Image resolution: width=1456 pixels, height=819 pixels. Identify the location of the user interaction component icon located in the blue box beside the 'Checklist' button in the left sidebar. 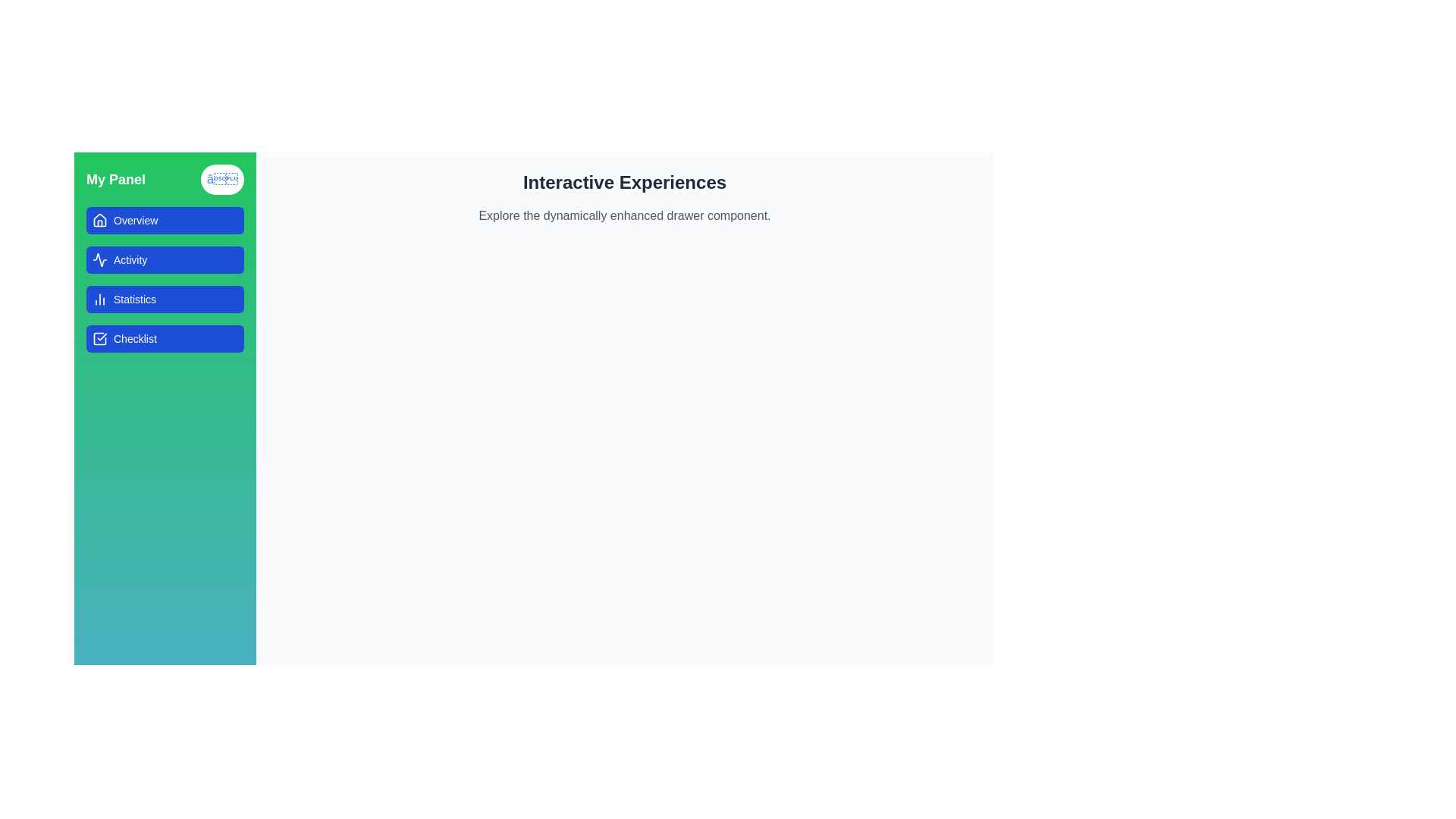
(99, 338).